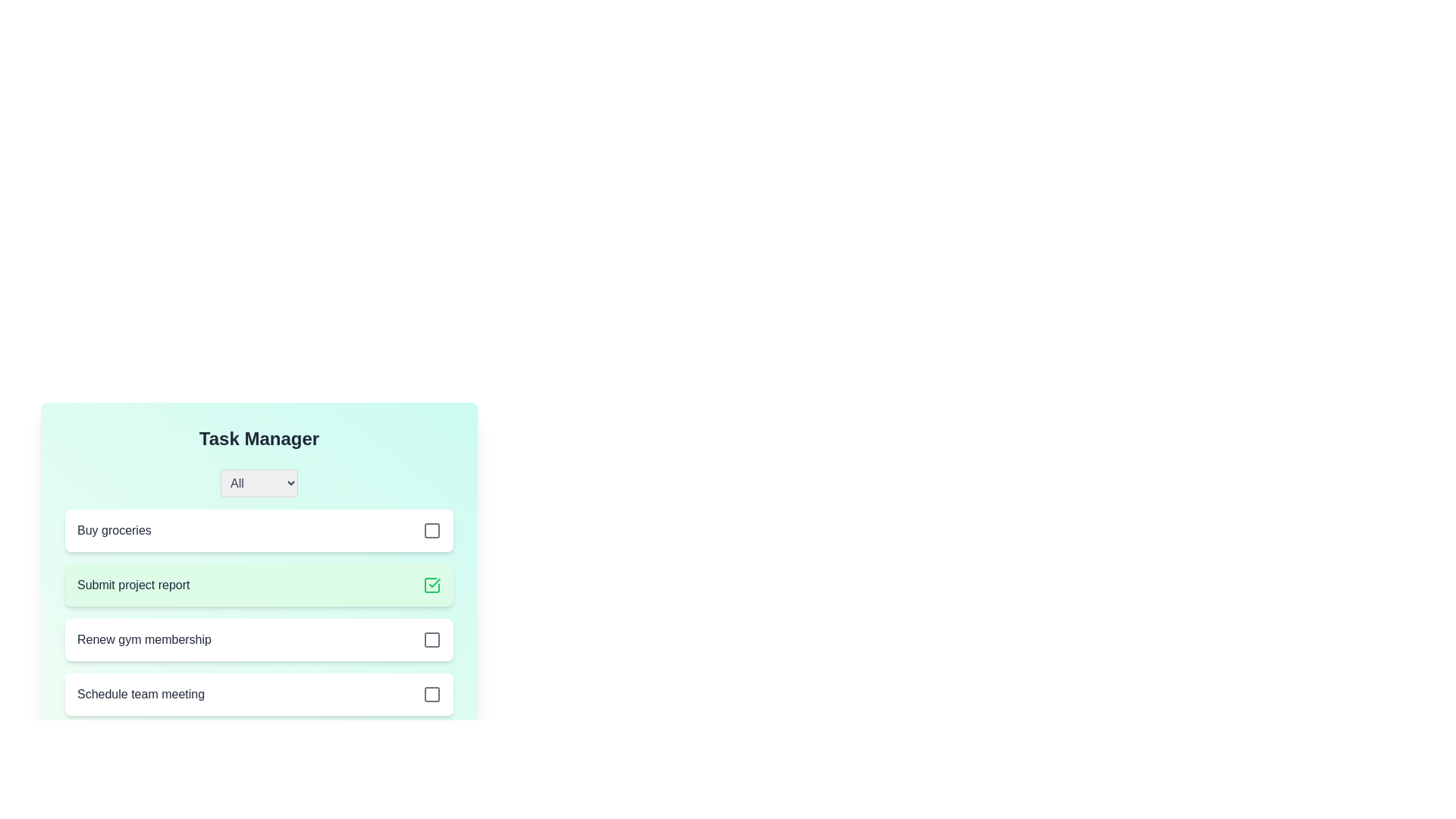 Image resolution: width=1456 pixels, height=819 pixels. I want to click on the filter category Personal from the dropdown menu, so click(259, 483).